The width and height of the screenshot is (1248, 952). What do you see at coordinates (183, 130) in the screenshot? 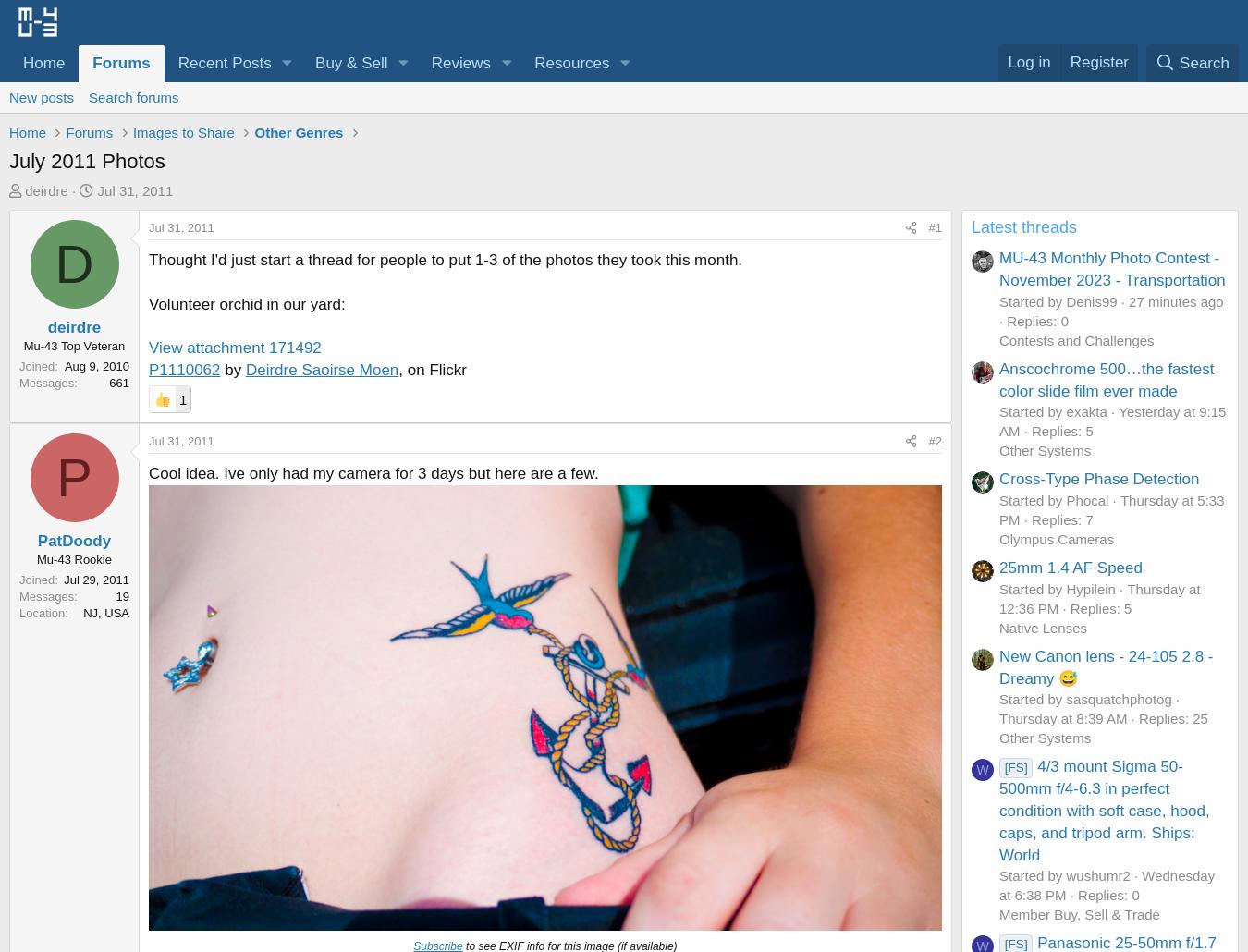
I see `'Images to Share'` at bounding box center [183, 130].